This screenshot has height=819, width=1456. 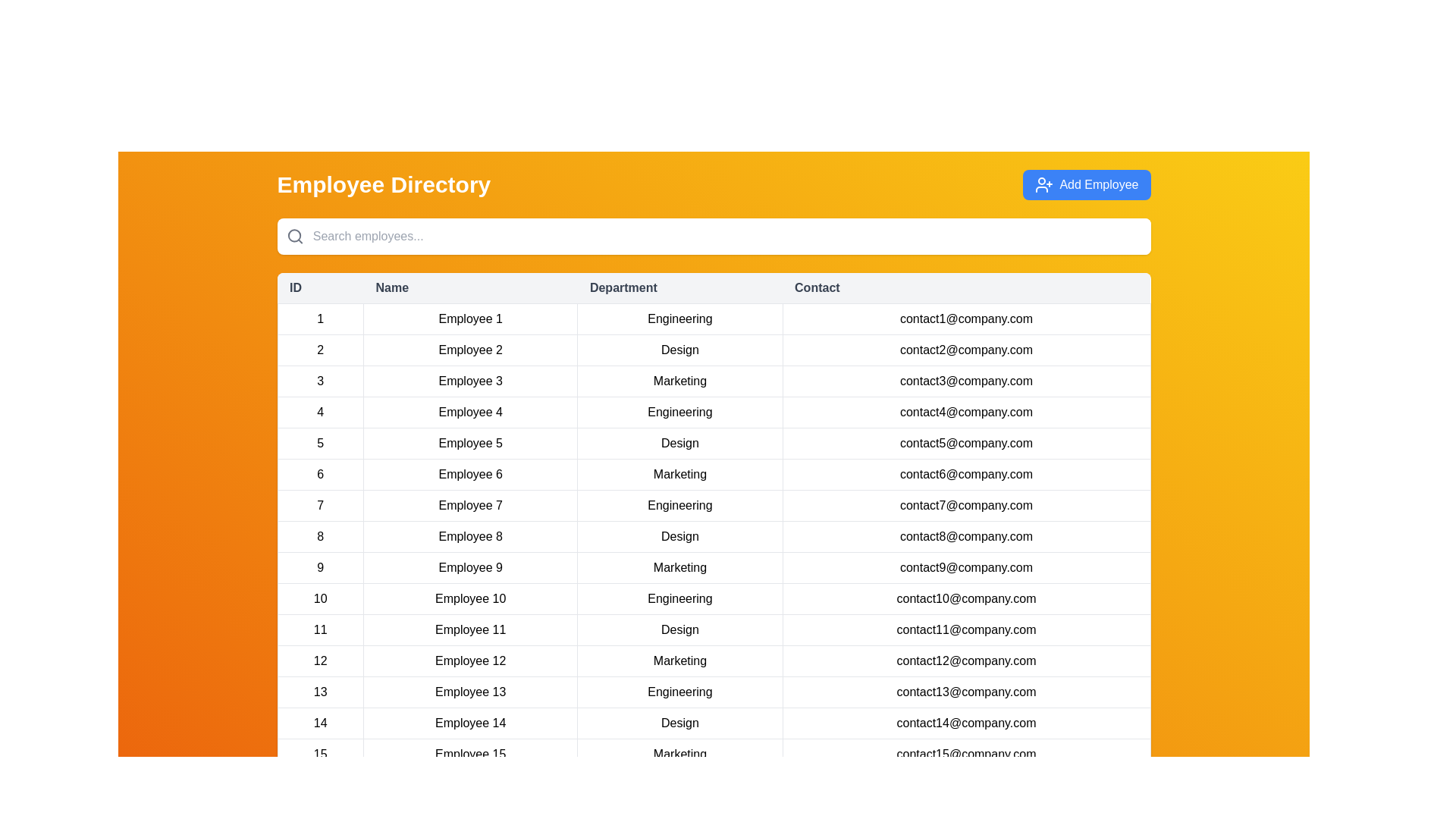 I want to click on the column header ID to sort the table by that column, so click(x=319, y=288).